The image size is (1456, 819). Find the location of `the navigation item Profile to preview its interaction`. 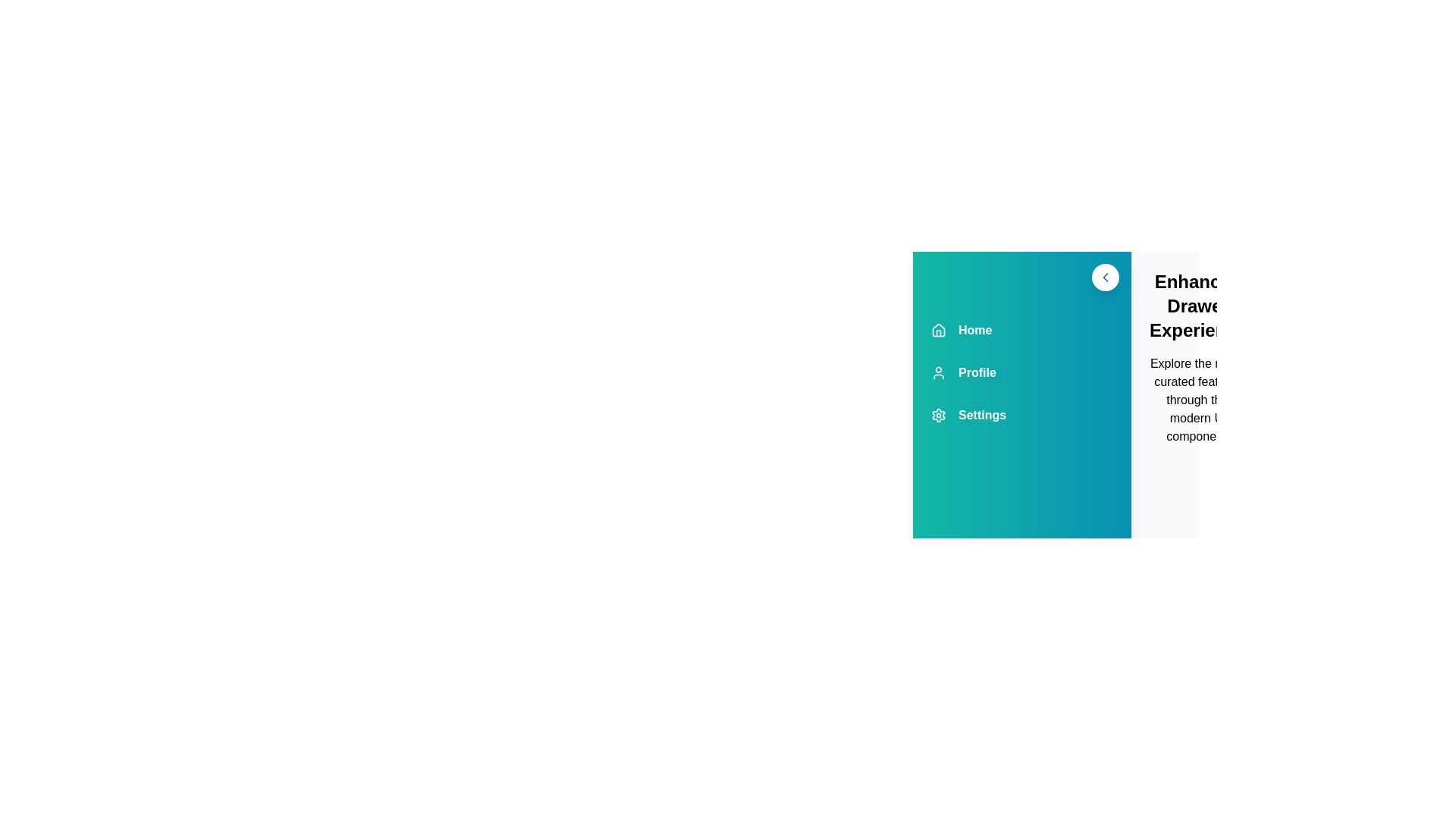

the navigation item Profile to preview its interaction is located at coordinates (1022, 373).